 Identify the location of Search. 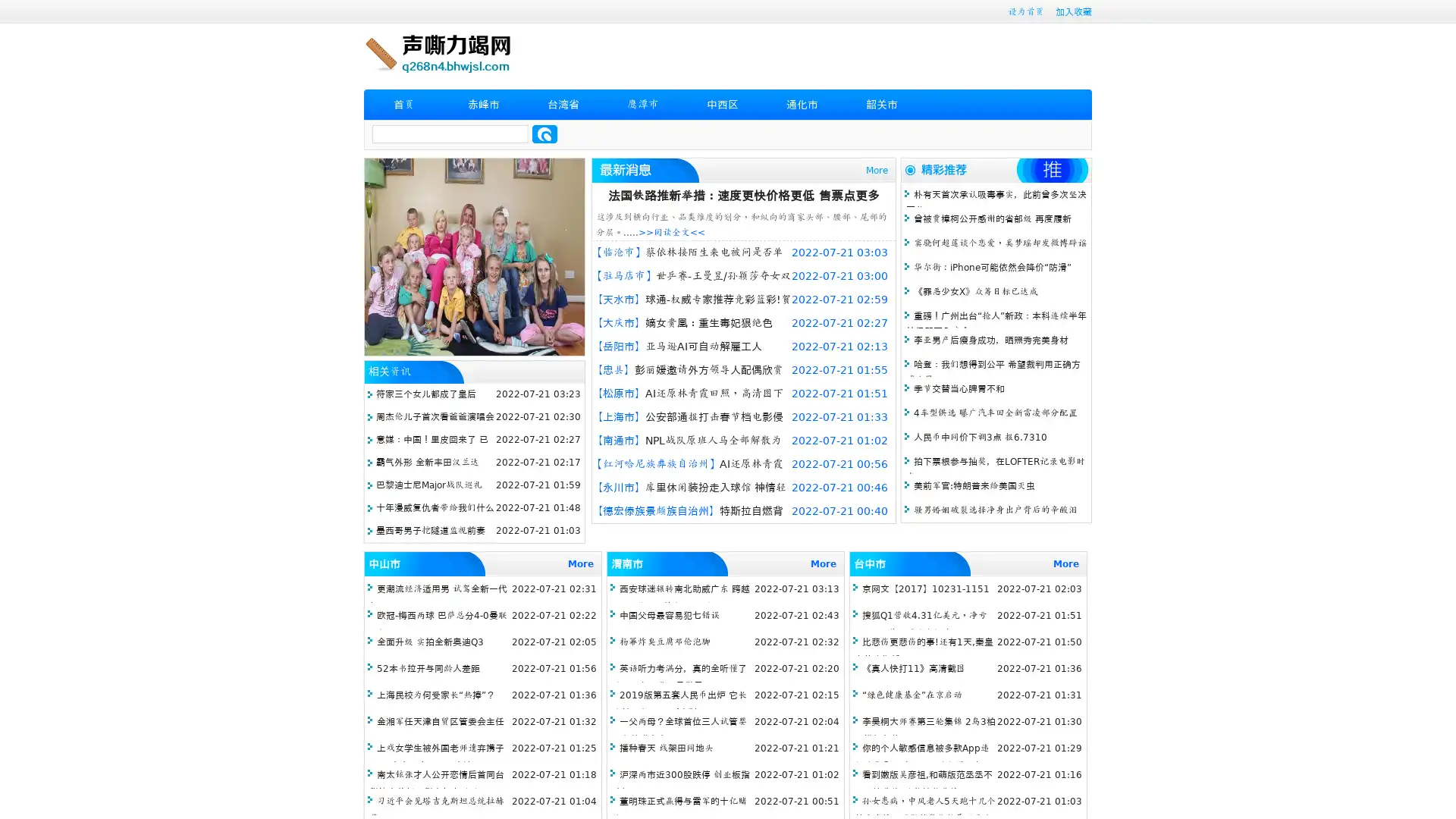
(544, 133).